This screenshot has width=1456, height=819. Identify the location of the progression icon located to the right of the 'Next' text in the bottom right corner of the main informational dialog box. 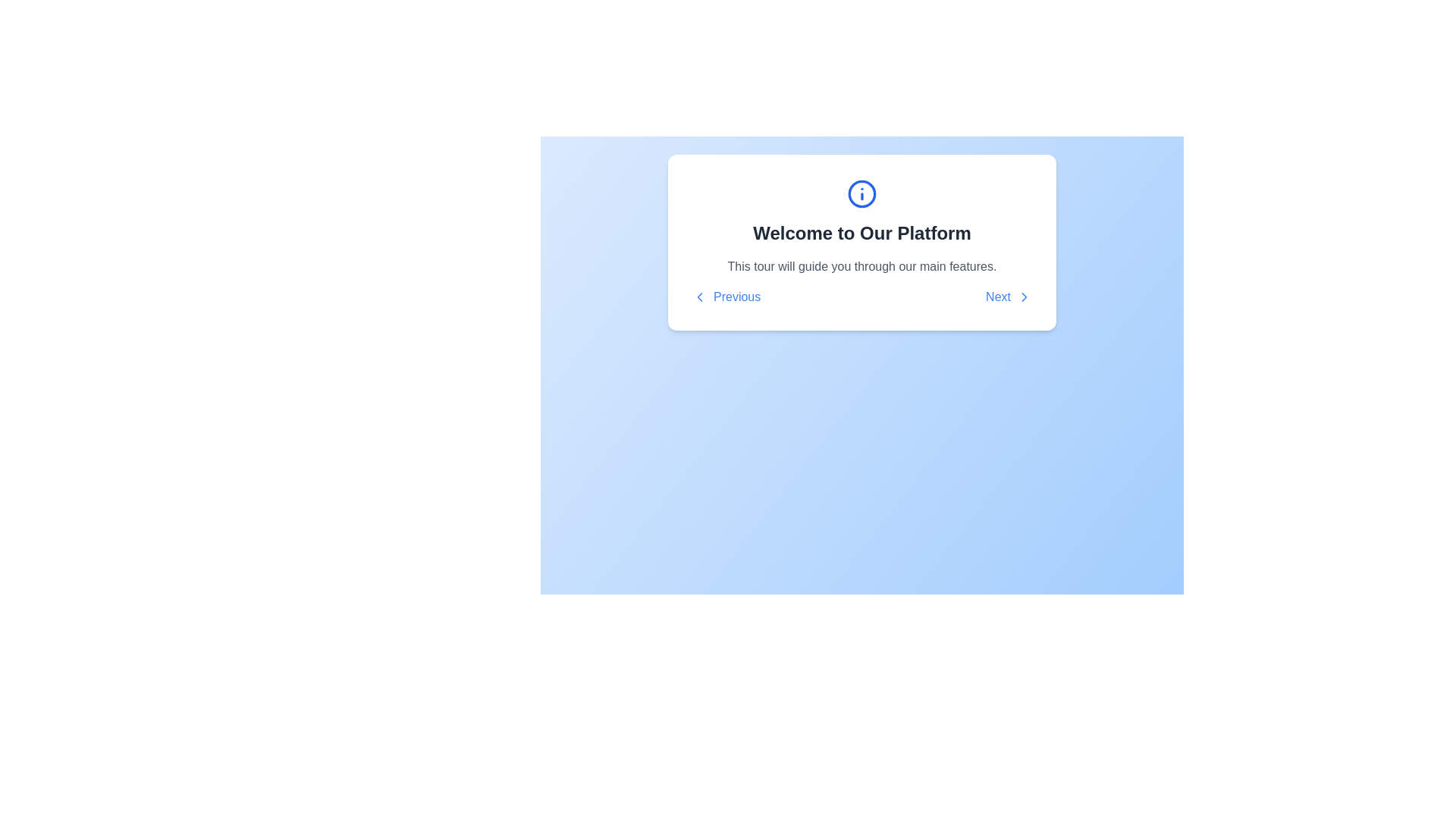
(1024, 297).